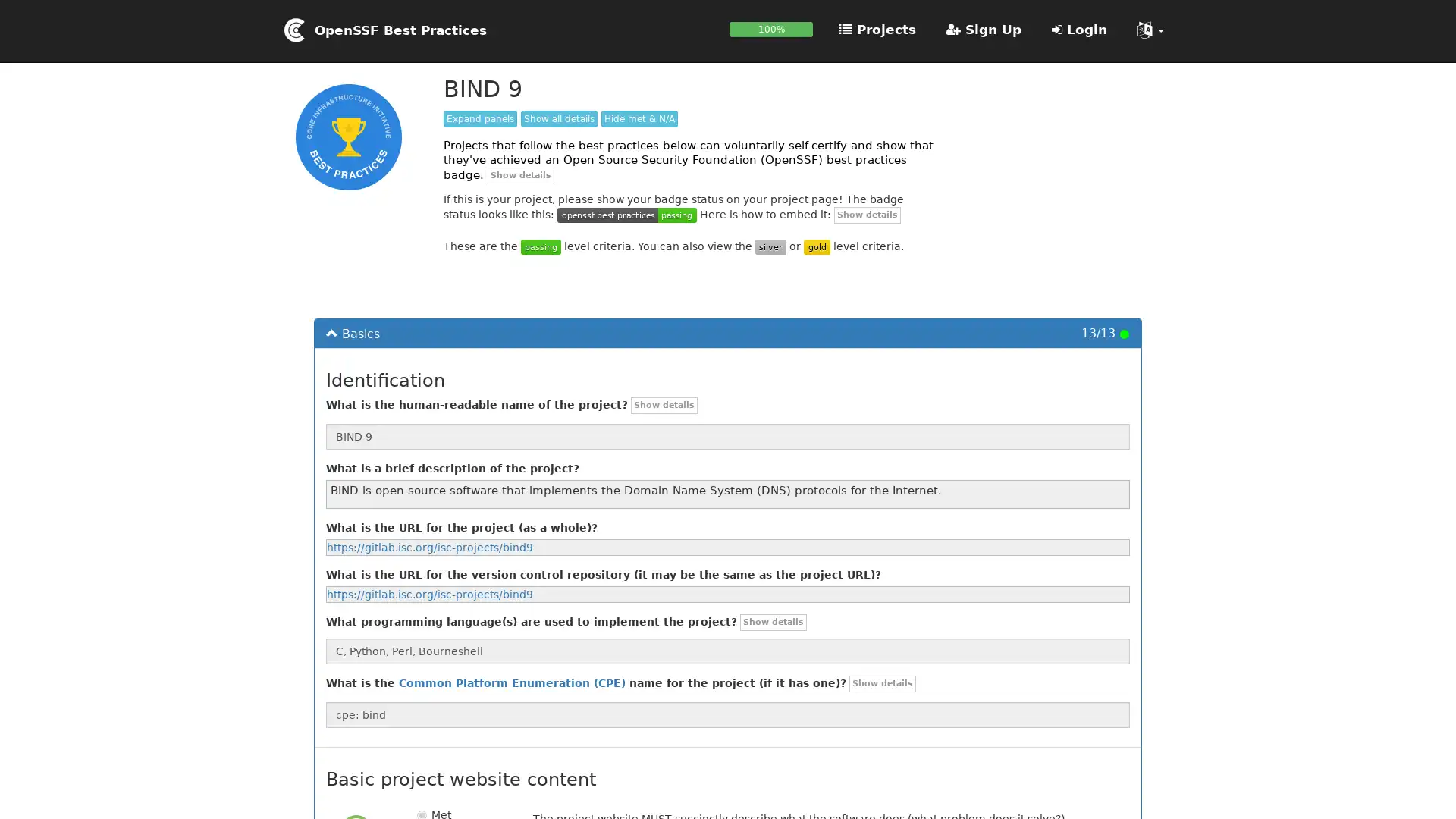 The height and width of the screenshot is (819, 1456). I want to click on Show details, so click(773, 623).